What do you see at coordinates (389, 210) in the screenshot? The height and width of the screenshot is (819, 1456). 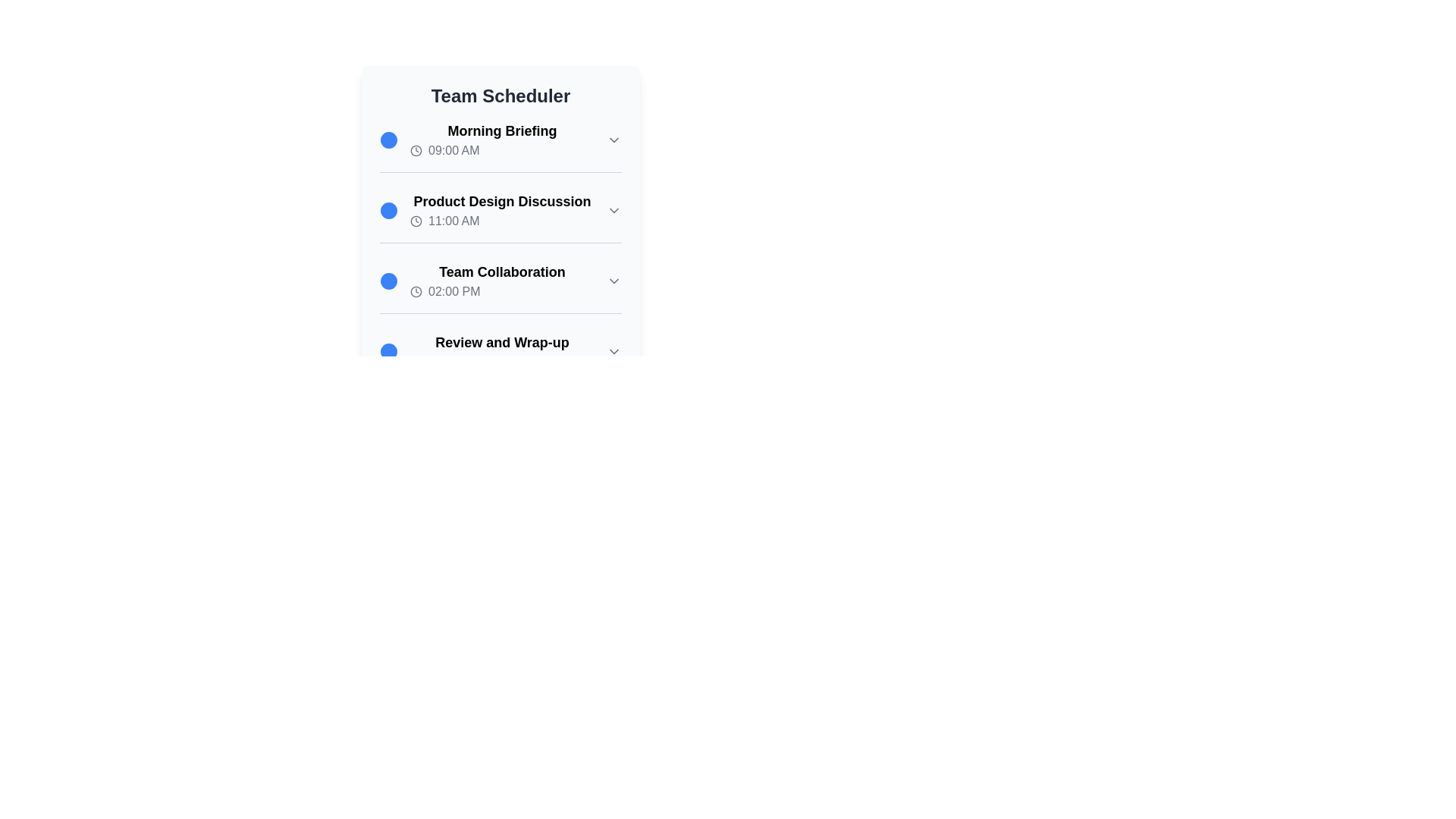 I see `the blue circular SVG element located at the center of the second list item in the 'Team Scheduler' section if it is interactive` at bounding box center [389, 210].